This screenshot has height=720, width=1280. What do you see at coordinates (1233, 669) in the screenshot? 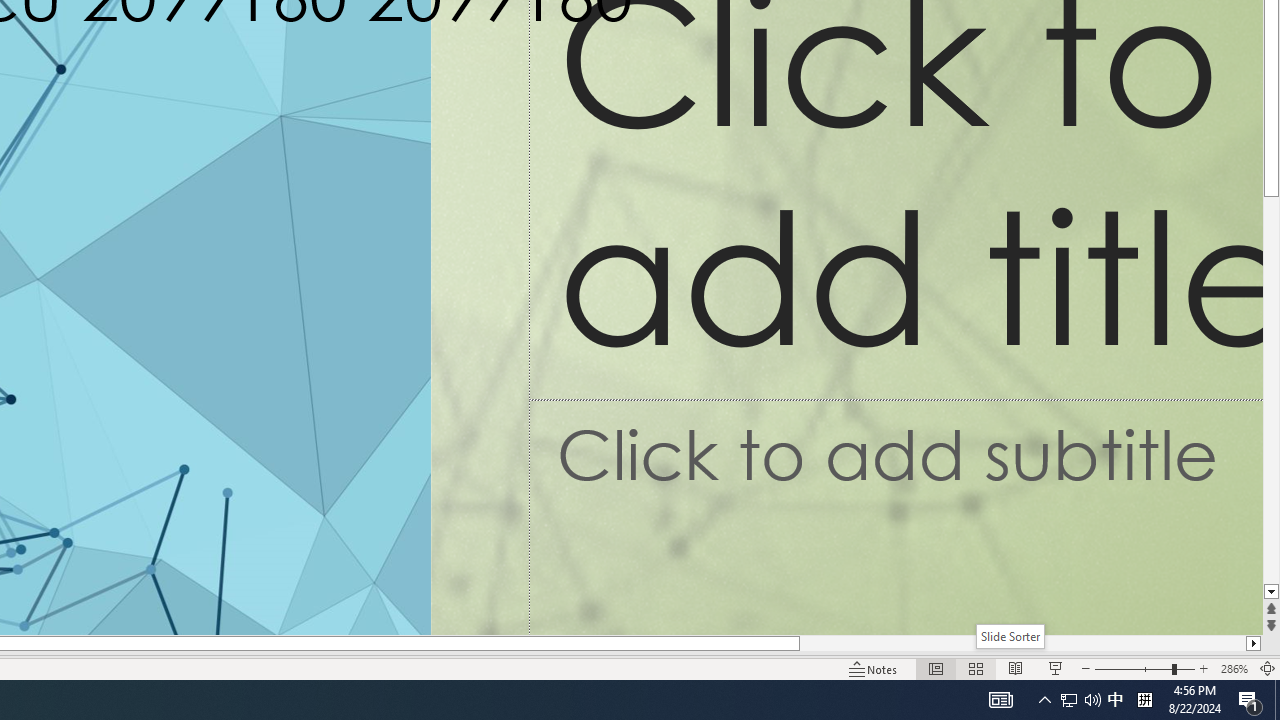
I see `'Zoom 286%'` at bounding box center [1233, 669].